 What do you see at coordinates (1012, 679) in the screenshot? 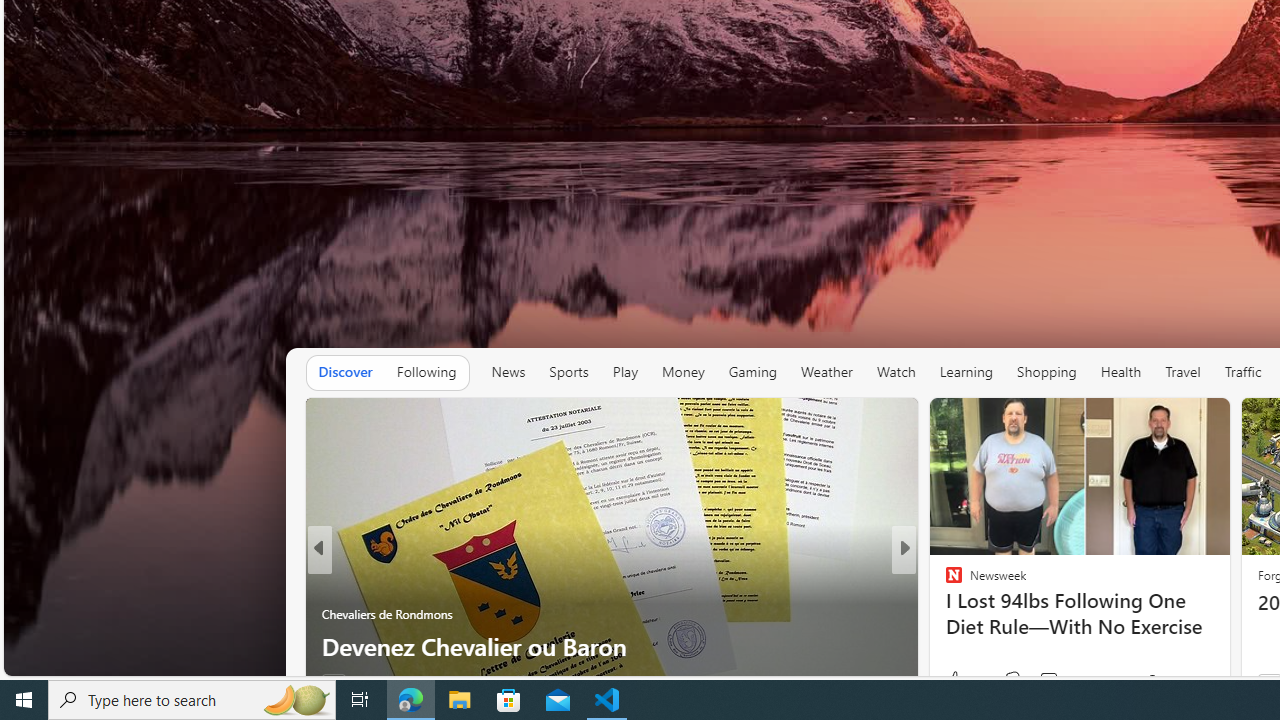
I see `'Dislike'` at bounding box center [1012, 679].